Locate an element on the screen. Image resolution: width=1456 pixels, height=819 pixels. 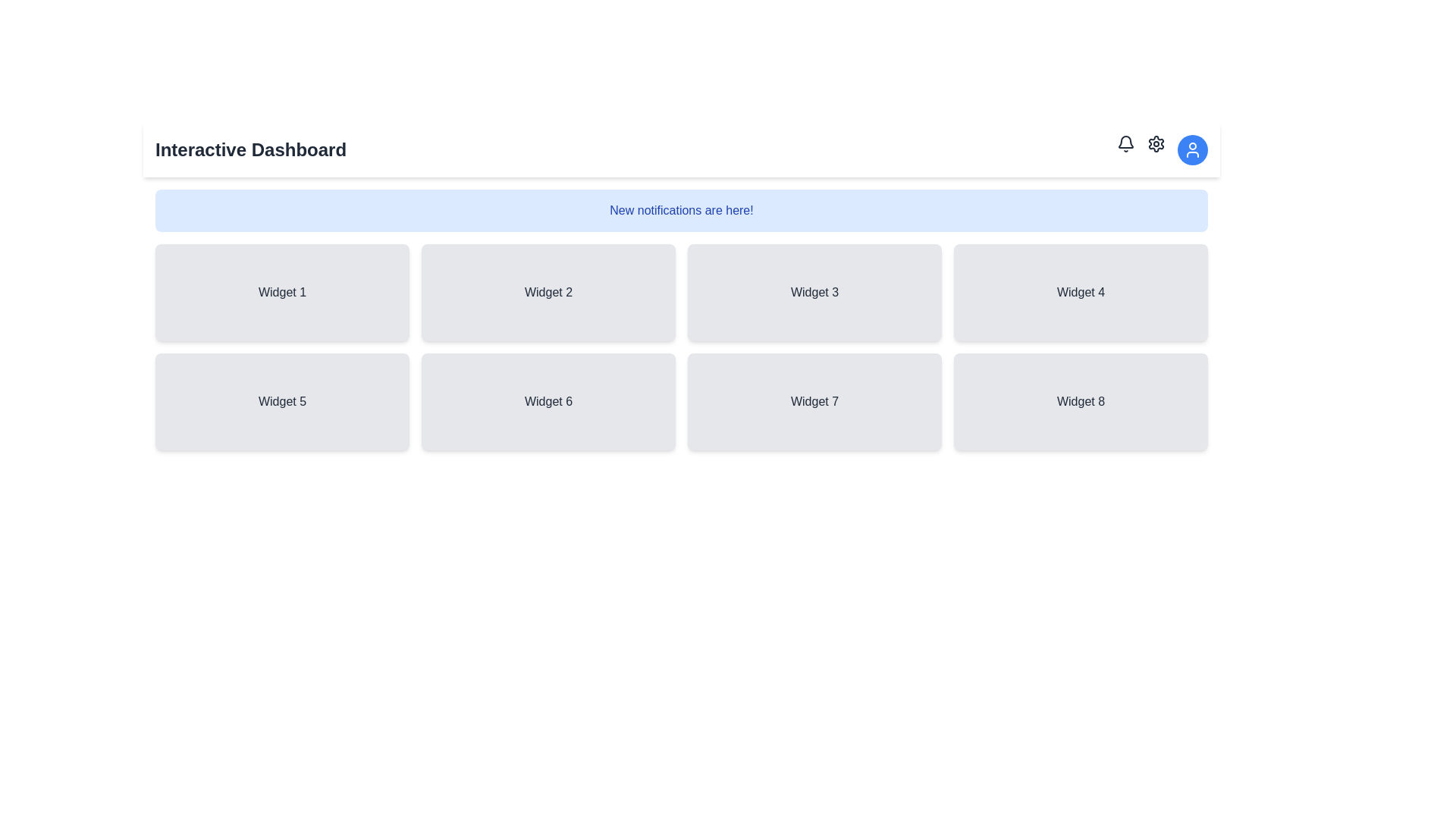
the user profile SVG icon, which is styled with a white fill and blue background, located at the top-right corner of the application header is located at coordinates (1192, 149).